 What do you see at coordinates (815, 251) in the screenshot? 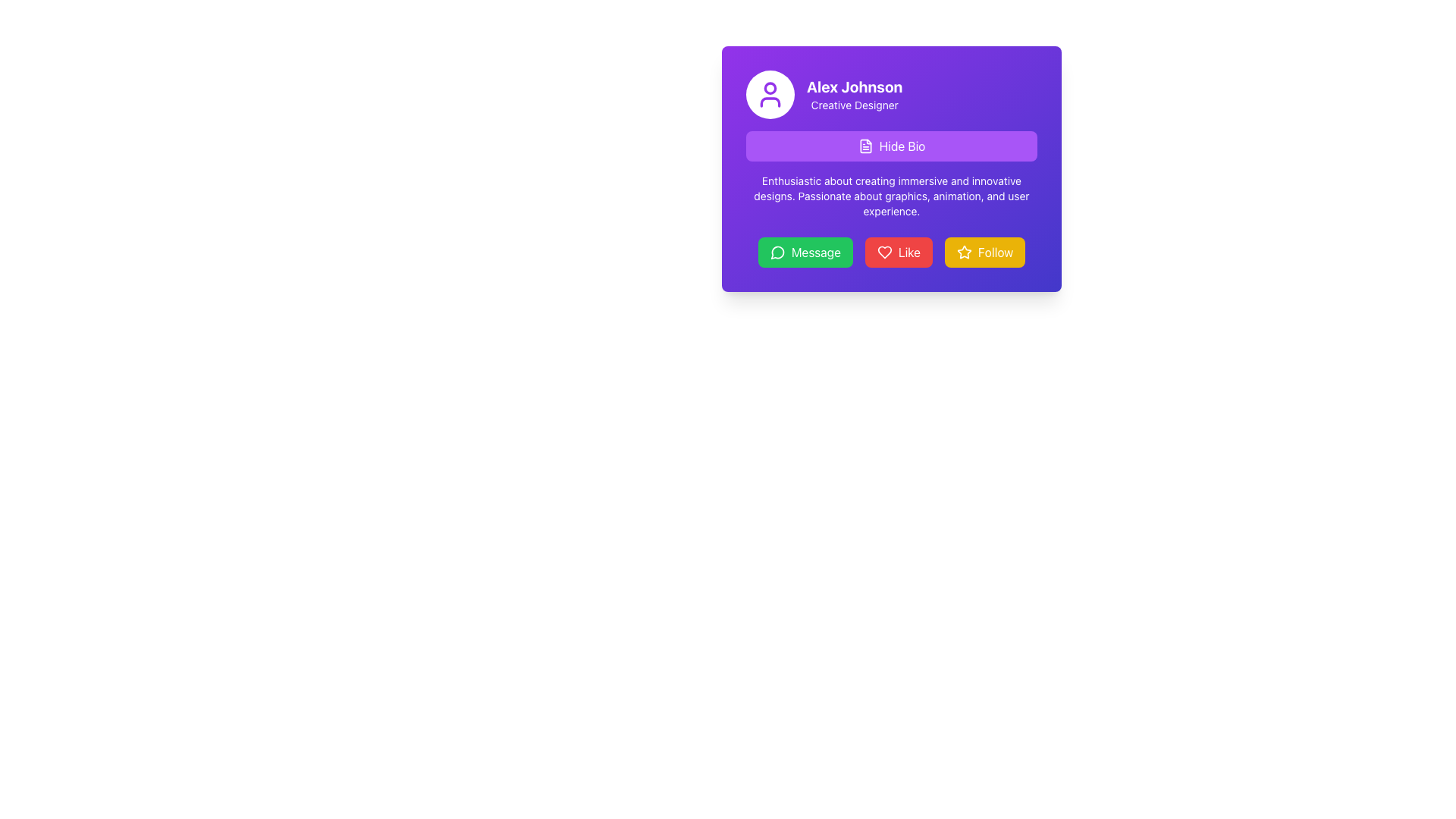
I see `text label contained within the green button located at the bottom-left corner of the card component, which initiates a message-related action` at bounding box center [815, 251].